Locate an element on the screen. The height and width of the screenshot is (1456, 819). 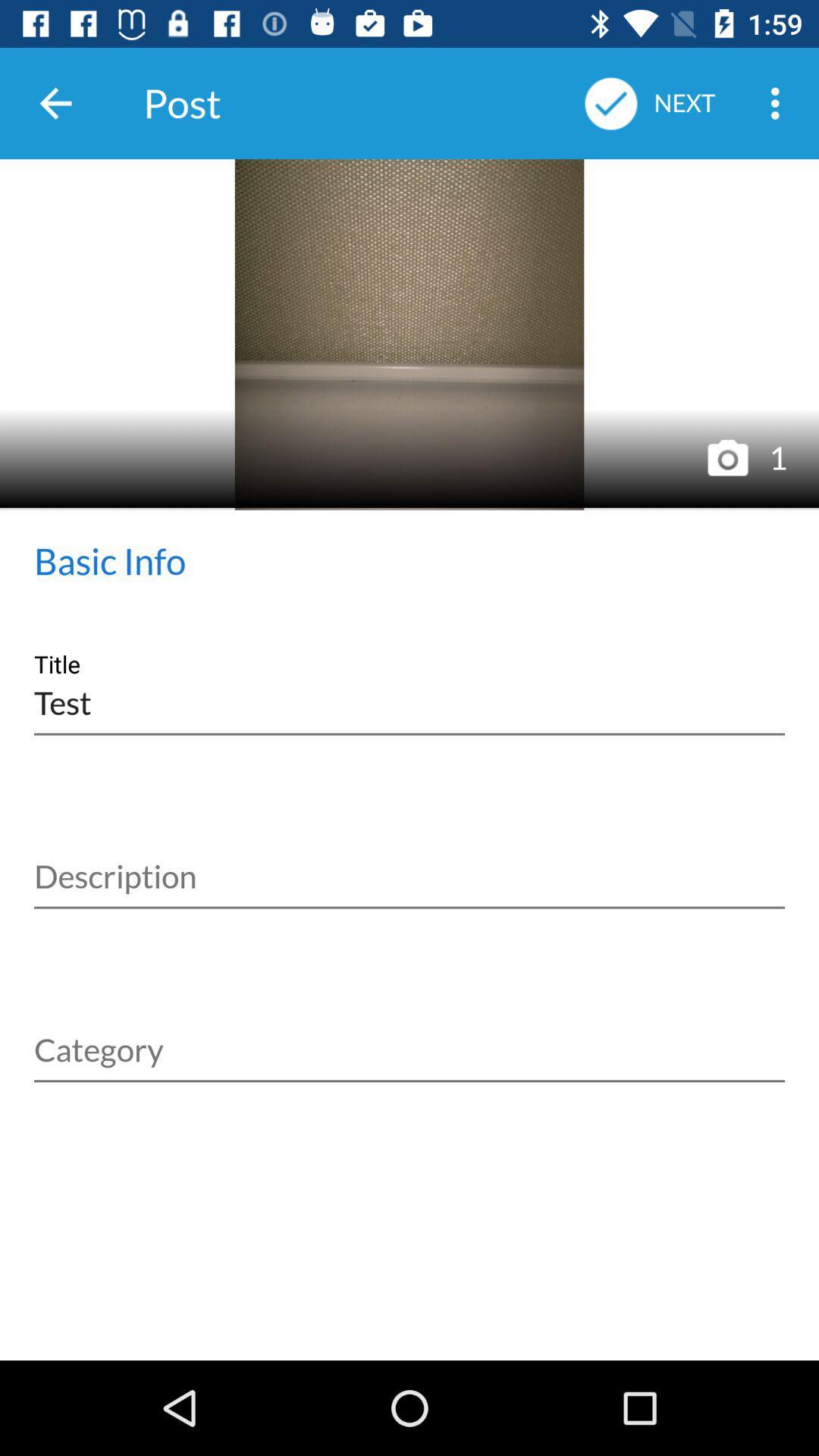
camera icon which is after the image is located at coordinates (727, 457).